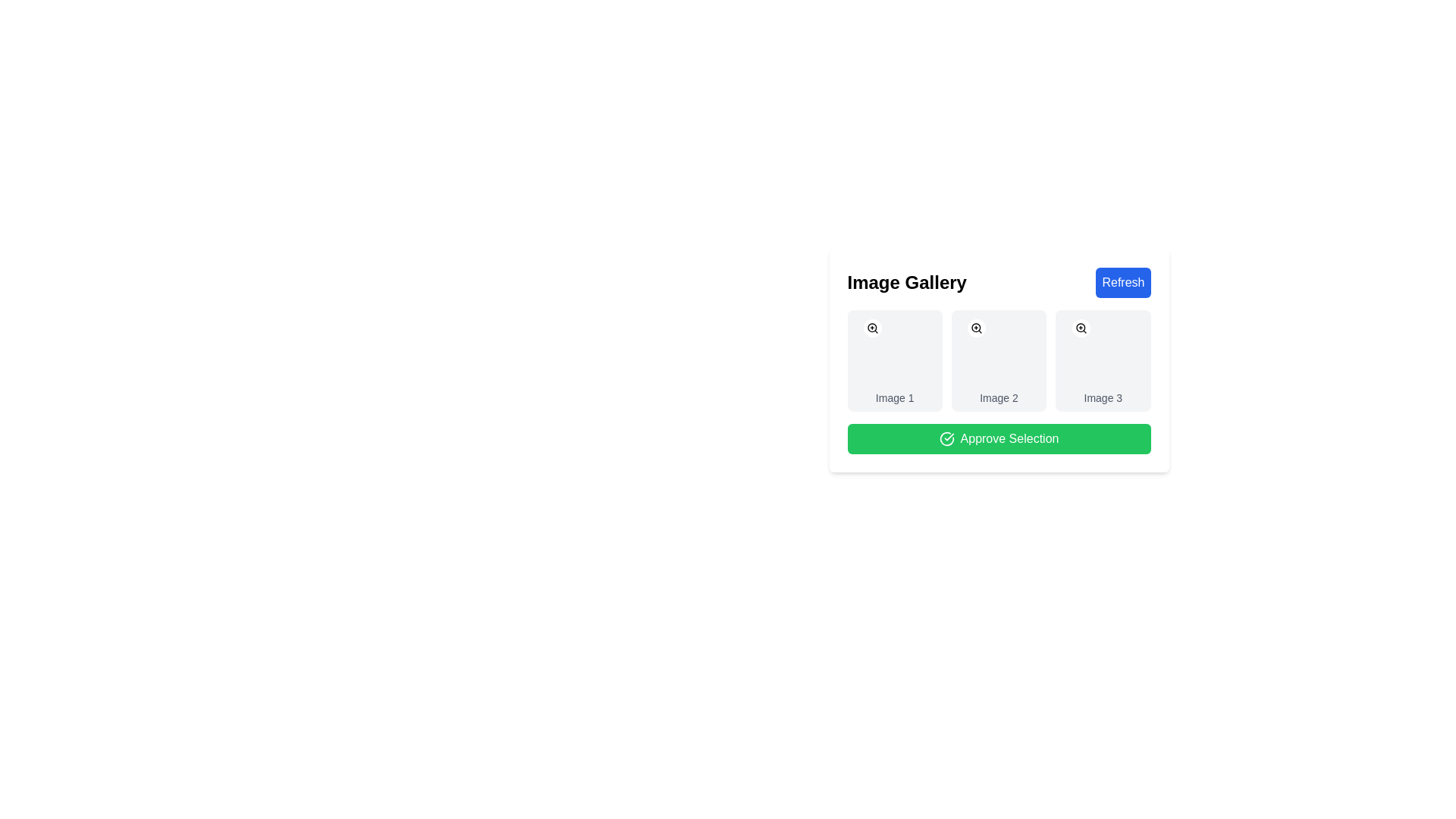  What do you see at coordinates (873, 327) in the screenshot?
I see `the zoom-in icon button located at the top-left corner of the first image preview thumbnail` at bounding box center [873, 327].